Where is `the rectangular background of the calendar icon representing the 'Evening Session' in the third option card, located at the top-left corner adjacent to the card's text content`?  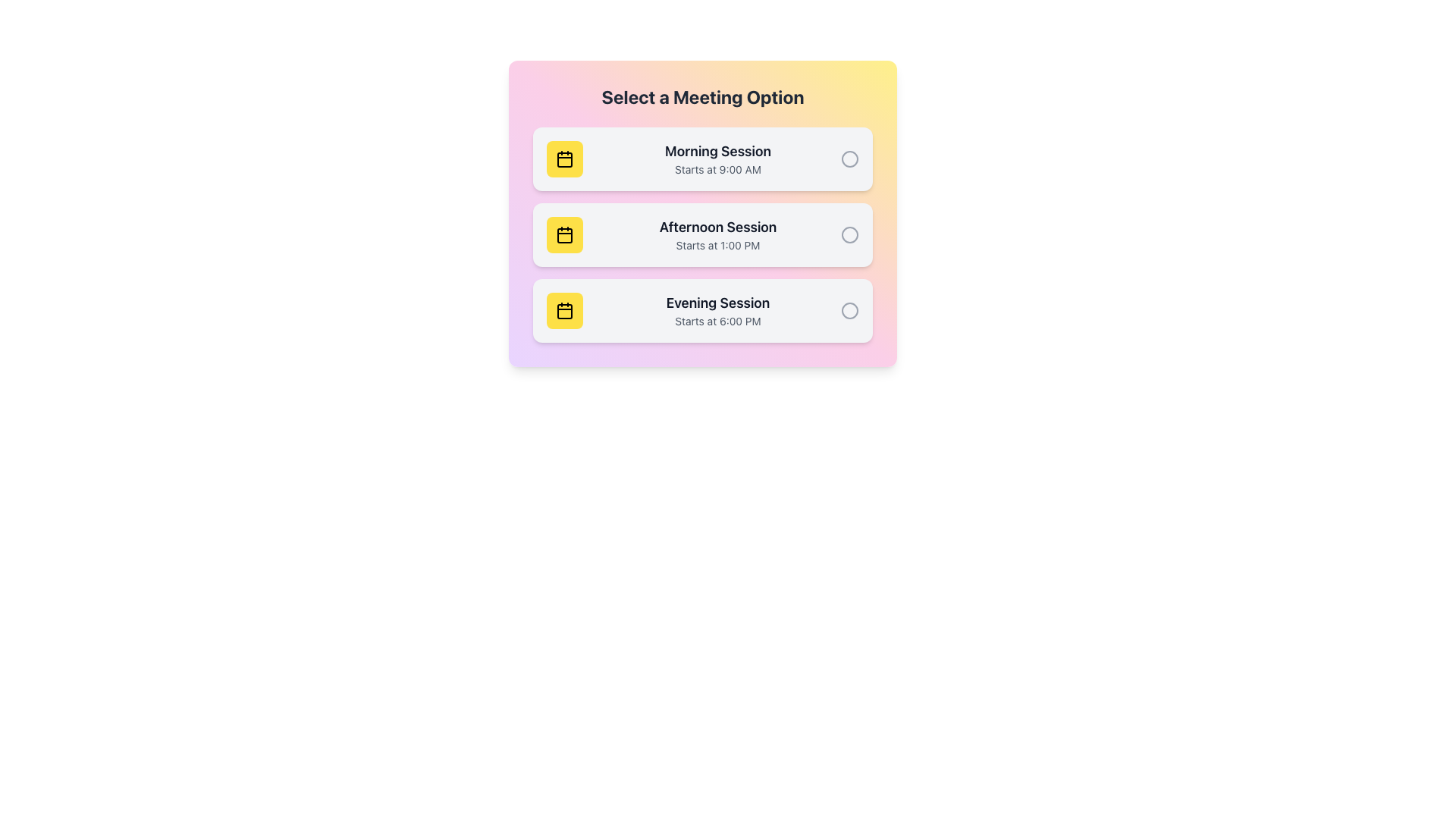
the rectangular background of the calendar icon representing the 'Evening Session' in the third option card, located at the top-left corner adjacent to the card's text content is located at coordinates (563, 311).